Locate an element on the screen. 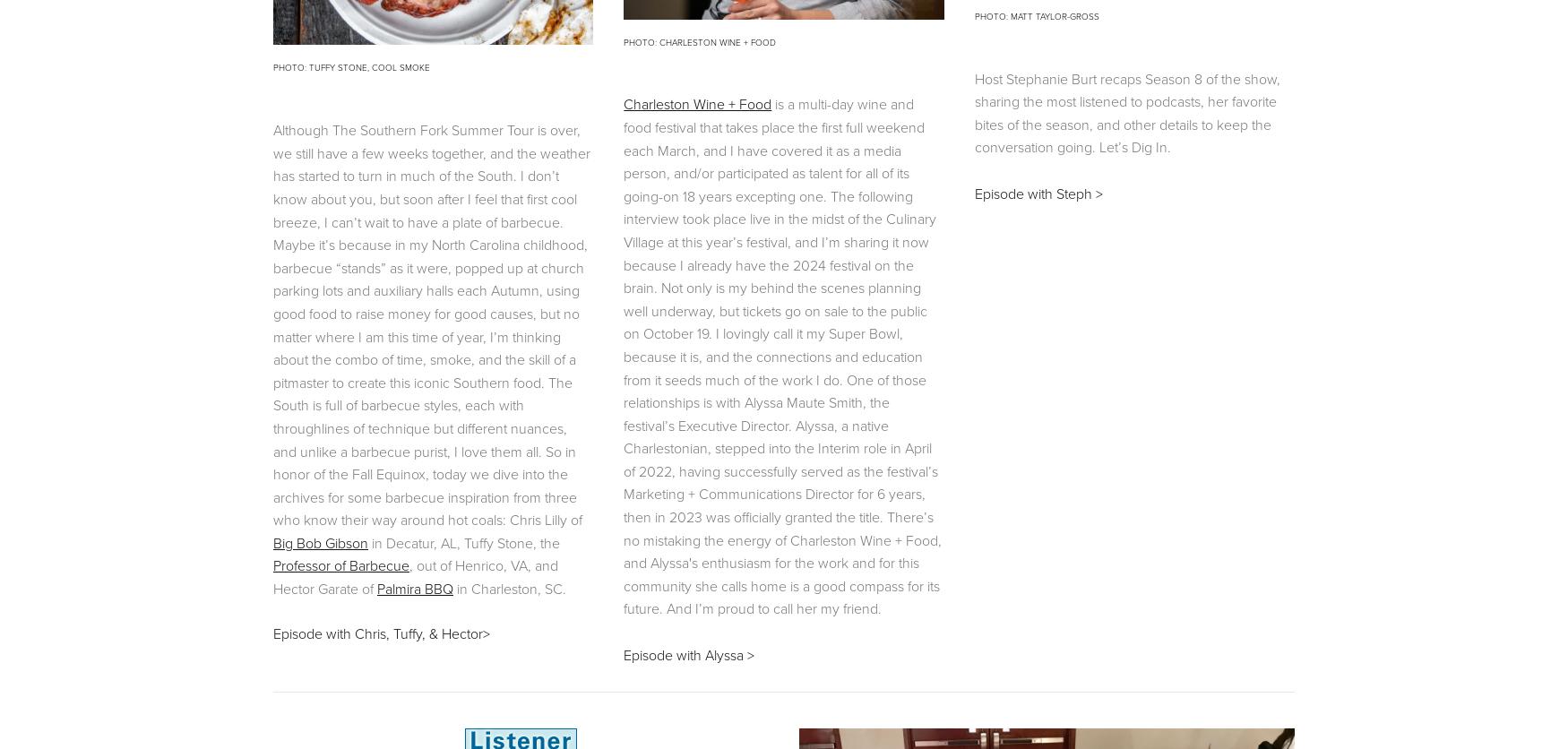  'is a multi-day wine and food festival that takes place the first full weekend each March, and I have covered it as a media person, and/or participated as talent for all of its going-on 18 years excepting one. The following interview took place live in the midst of the Culinary Village at this year’s festival, and I’m sharing it now because I already have the 2024 festival on the brain. Not only is my behind the scenes planning well underway, but tickets go on sale to the public on October 19. I lovingly call it my Super Bowl, because it is, and the connections and education from it seeds much of the work I do. One of those relationships is with Alyssa Maute Smith, the festival’s Executive Director. Alyssa, a native Charlestonian, stepped into the Interim role in April of 2022, having successfully served as the festival’s Marketing + Communications Director for 6 years, then in 2023 was officially granted the title. There’s no mistaking the energy of Charleston Wine + Food, and Alyssa's enthusiasm for the work and for this community she calls home is a good compass for its future. And I’m proud to call her my friend.' is located at coordinates (784, 356).